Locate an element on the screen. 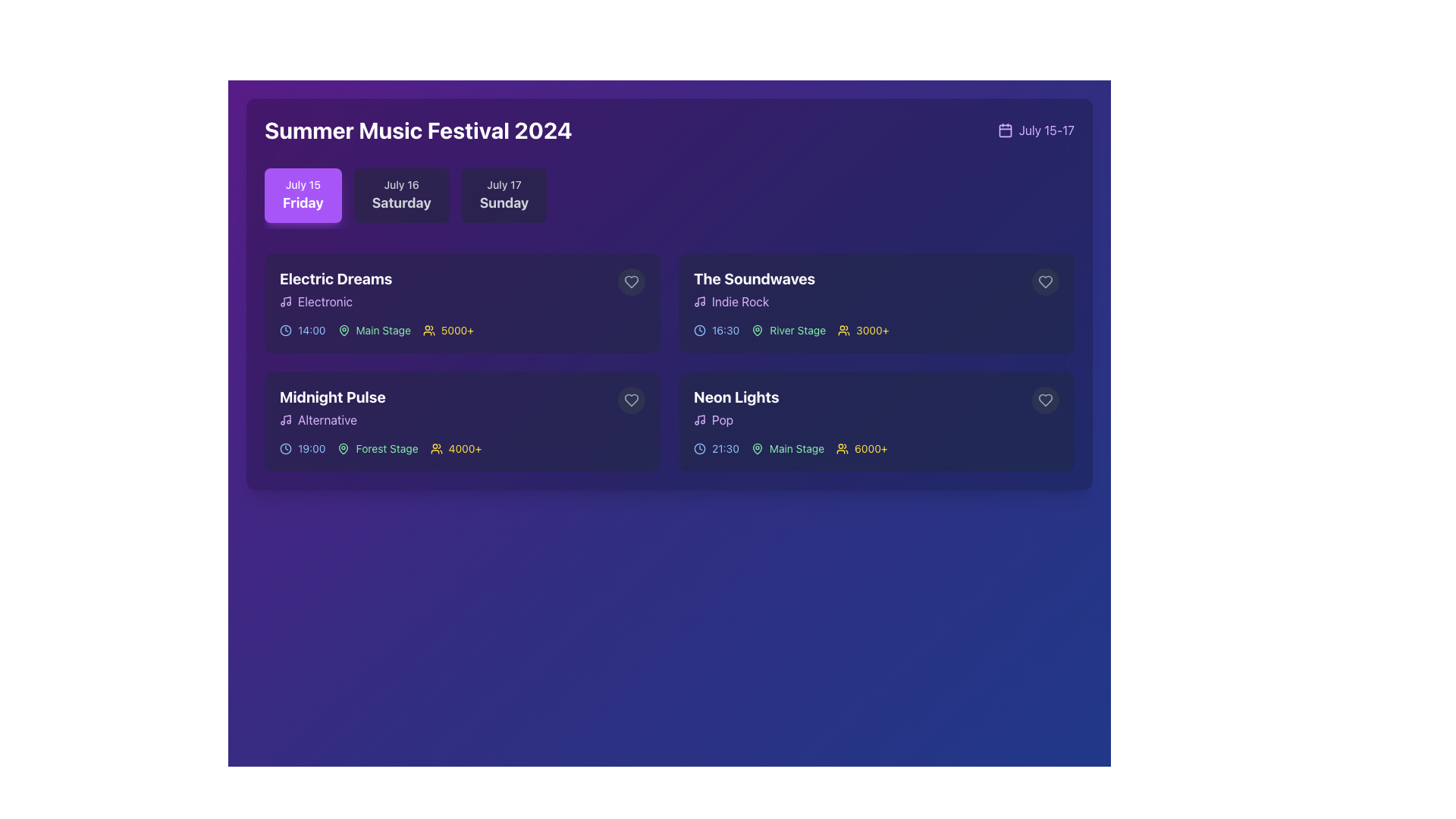 The image size is (1456, 819). the schedule indicator icon located to the left of the time '16:30' under the event title 'The Soundwaves' is located at coordinates (698, 329).